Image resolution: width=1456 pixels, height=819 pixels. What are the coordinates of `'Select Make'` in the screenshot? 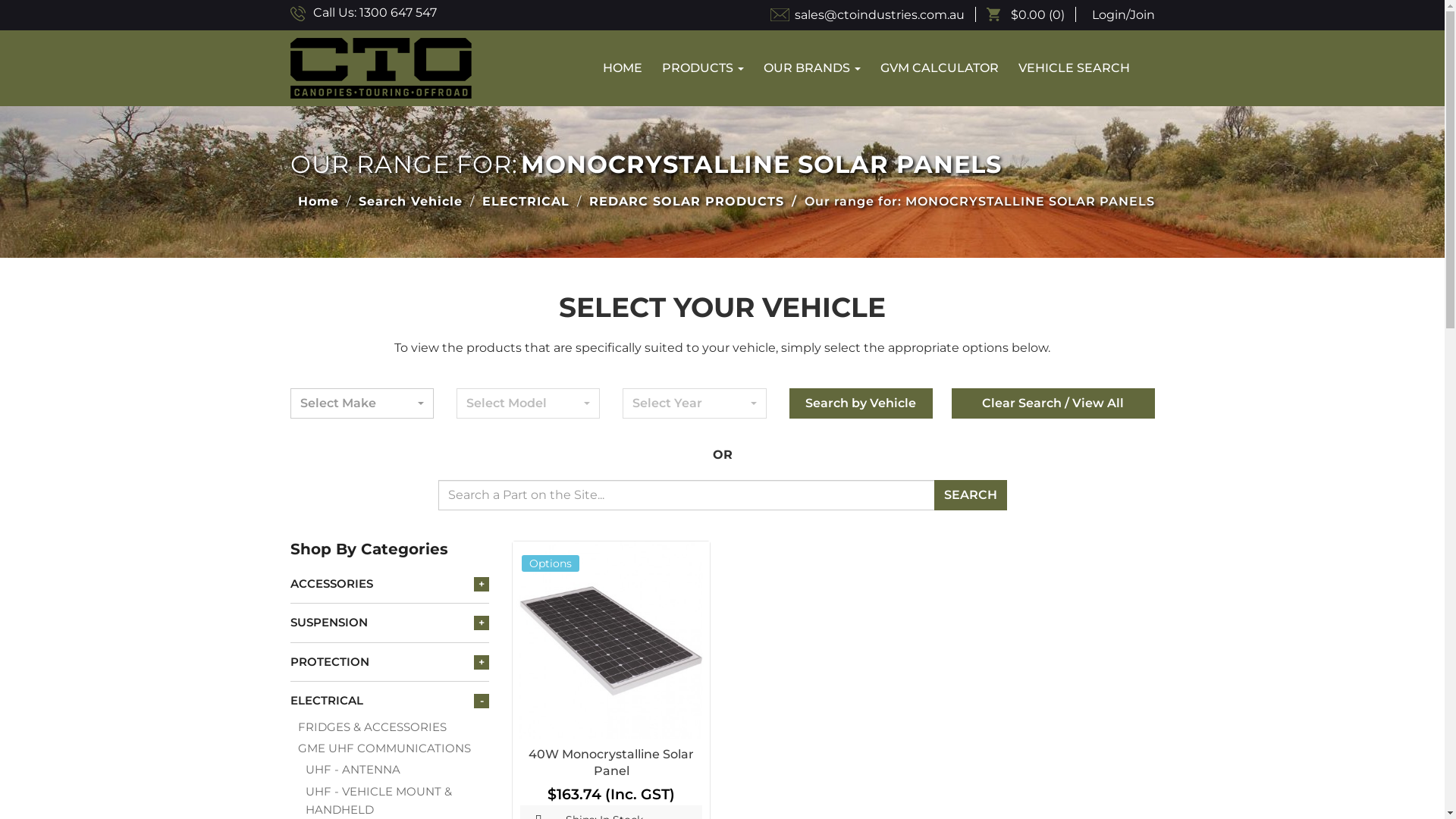 It's located at (360, 403).